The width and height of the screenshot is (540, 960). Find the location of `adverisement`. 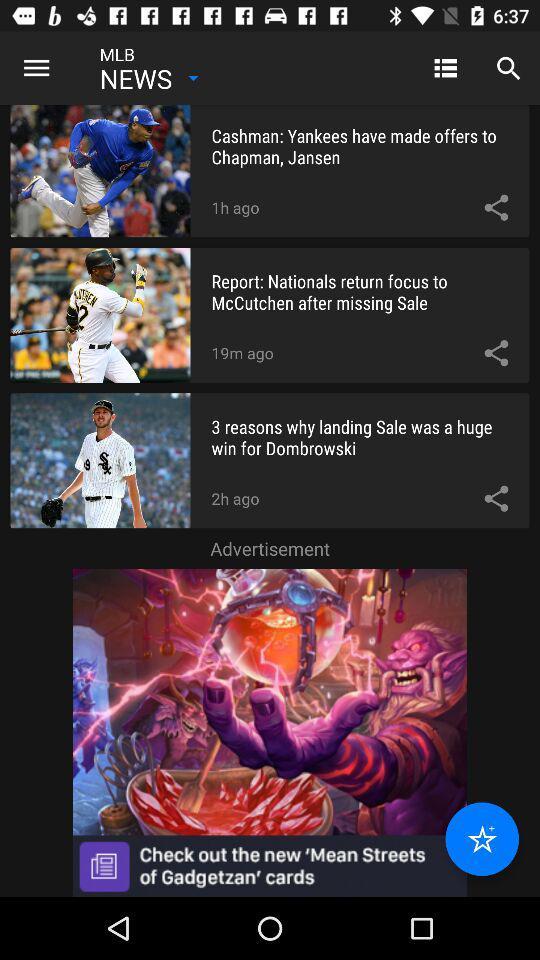

adverisement is located at coordinates (270, 731).